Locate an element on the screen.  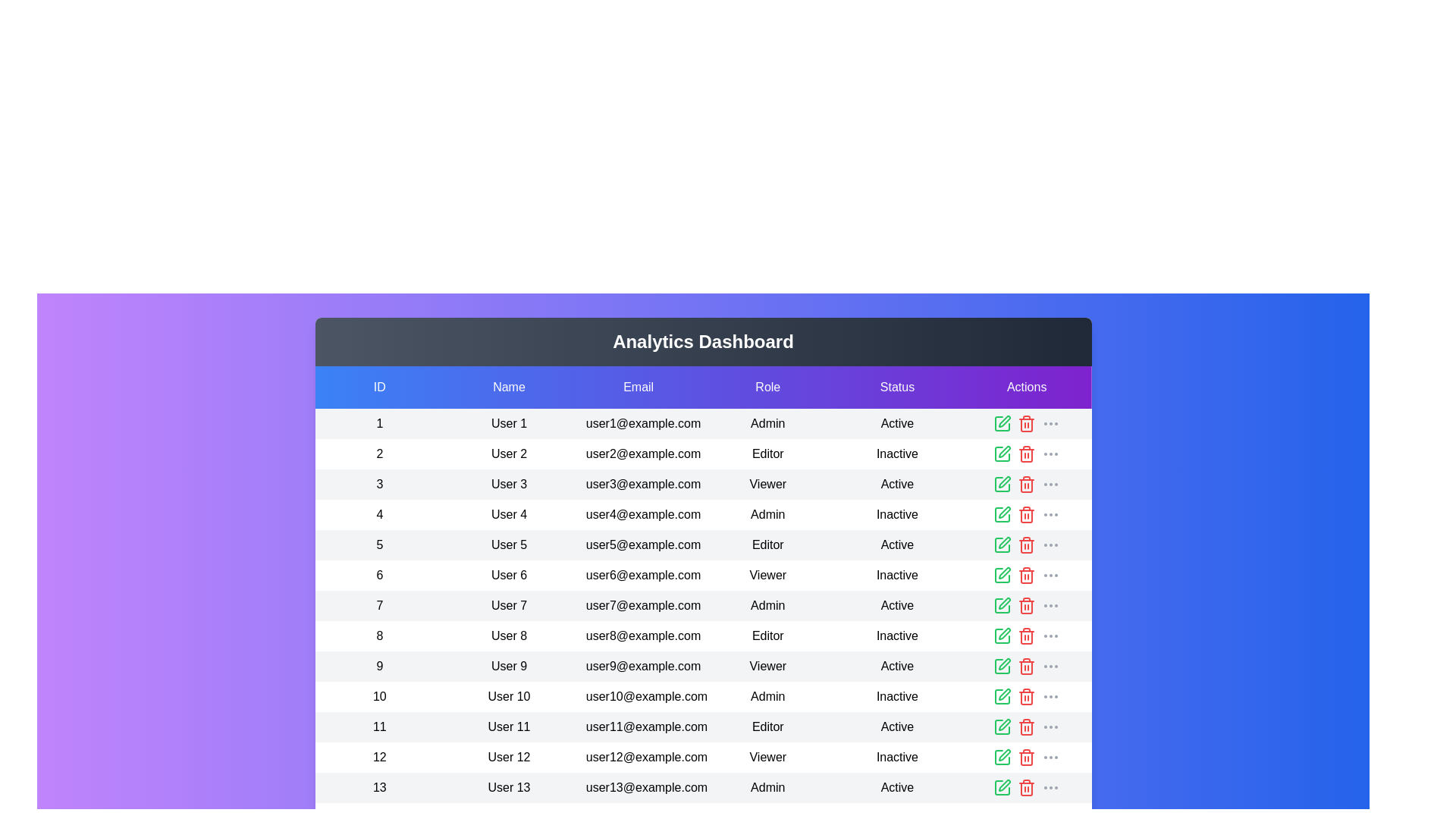
the header of the column labeled 'Name' to sort the table by that column is located at coordinates (509, 386).